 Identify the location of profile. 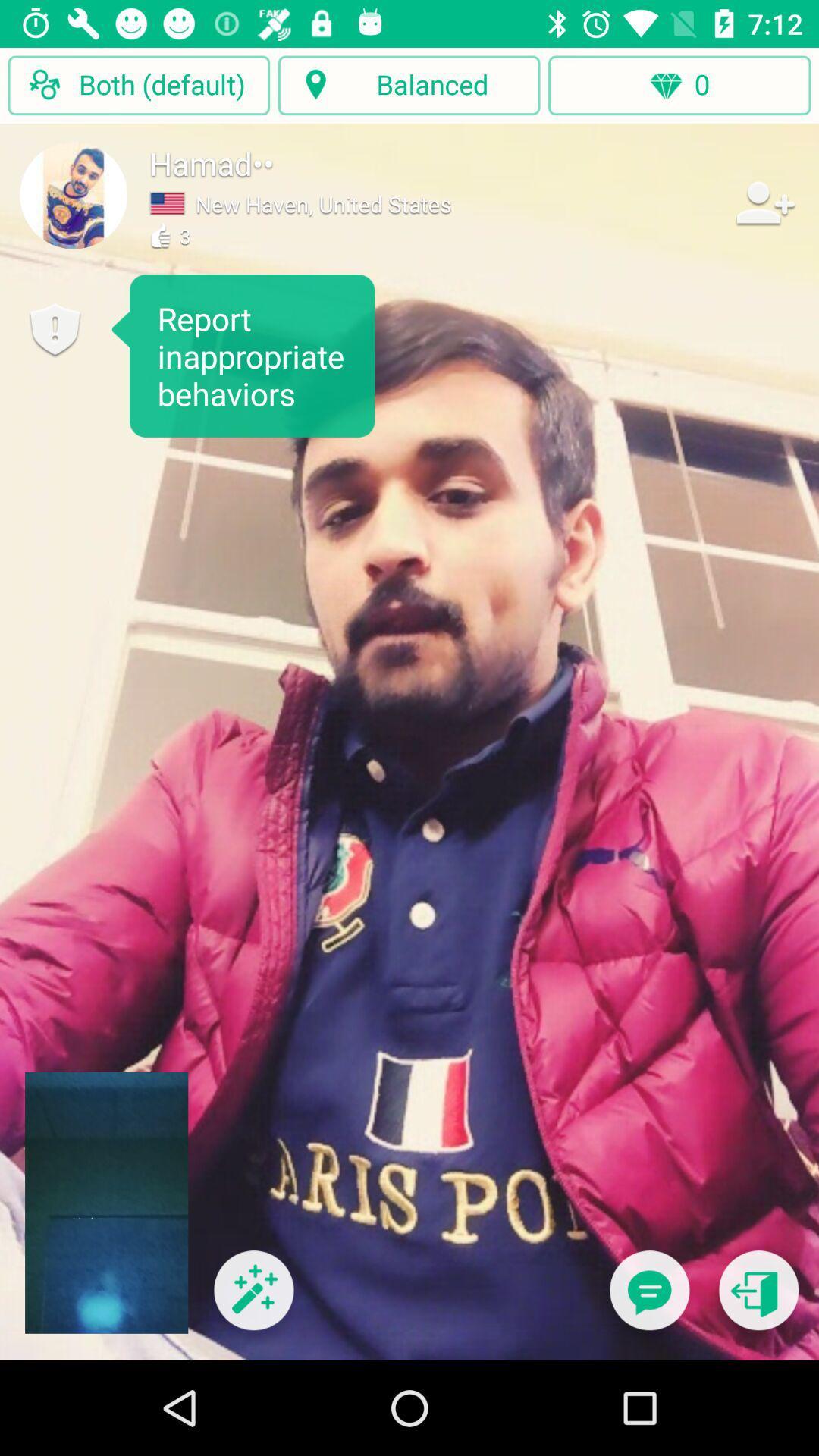
(74, 194).